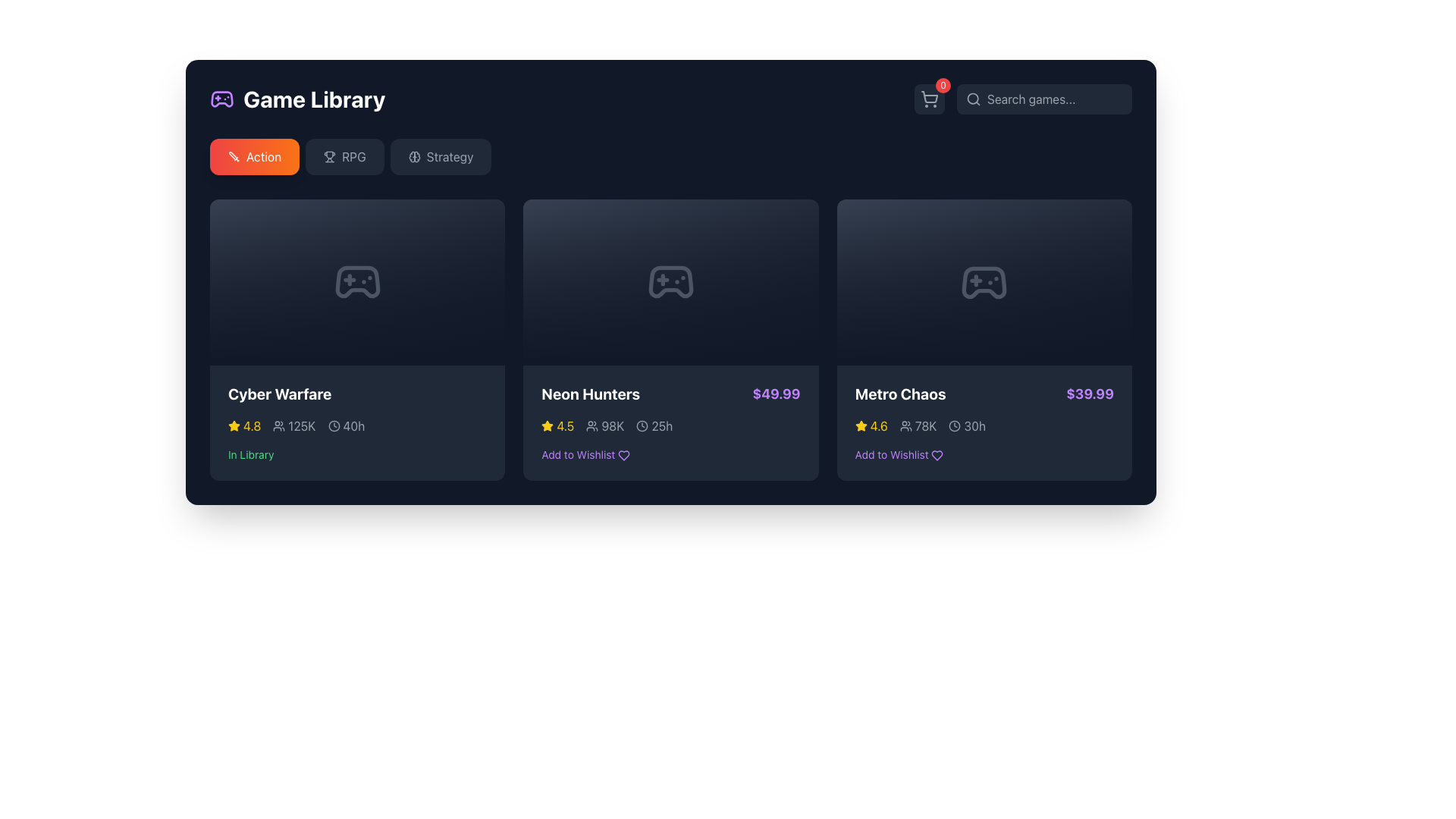 The width and height of the screenshot is (1456, 819). I want to click on the icon representing the game library section located to the left of the 'Game Library' text element in the header section, so click(221, 99).